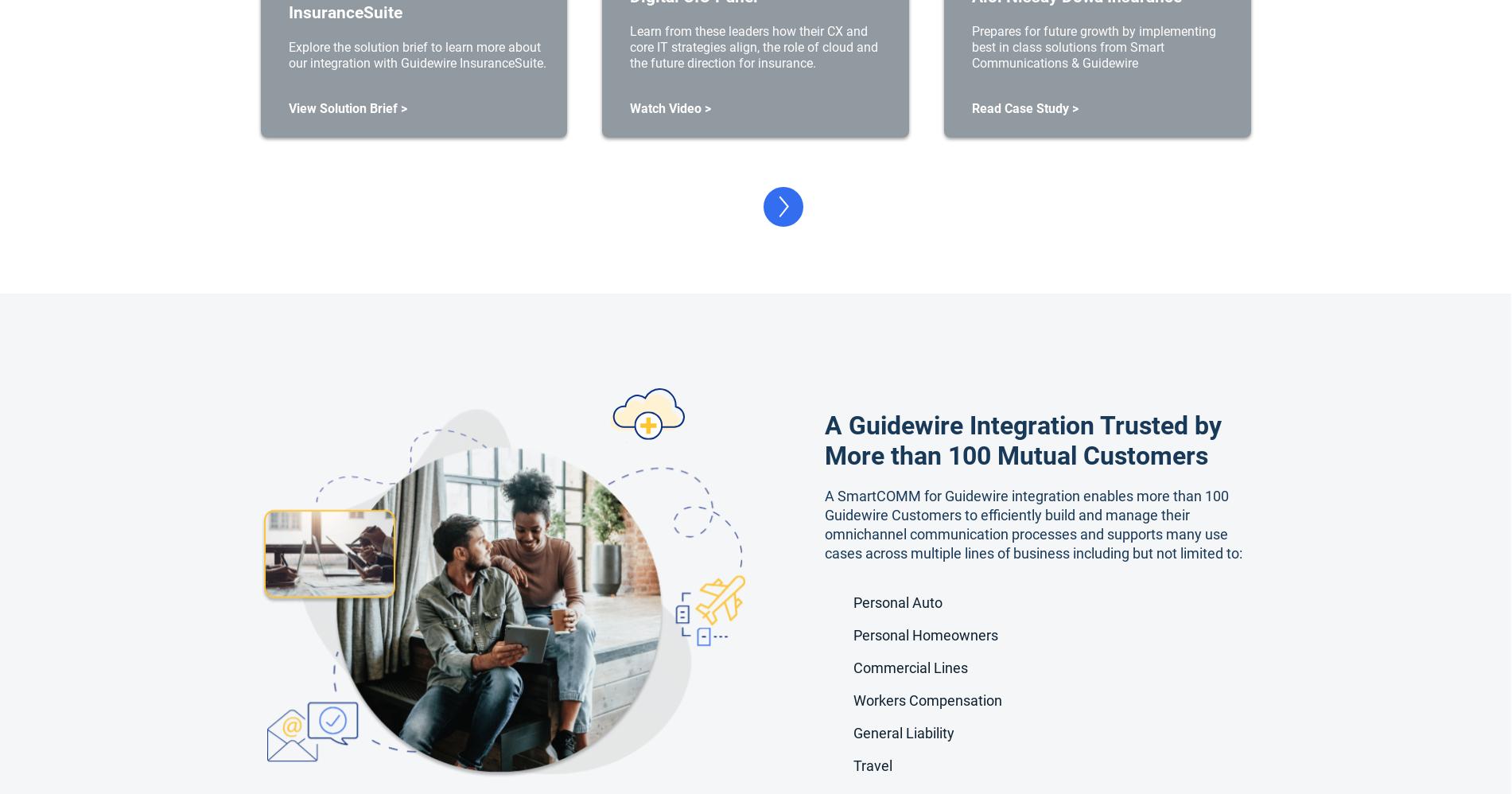  I want to click on 'Commercial Lines', so click(909, 668).